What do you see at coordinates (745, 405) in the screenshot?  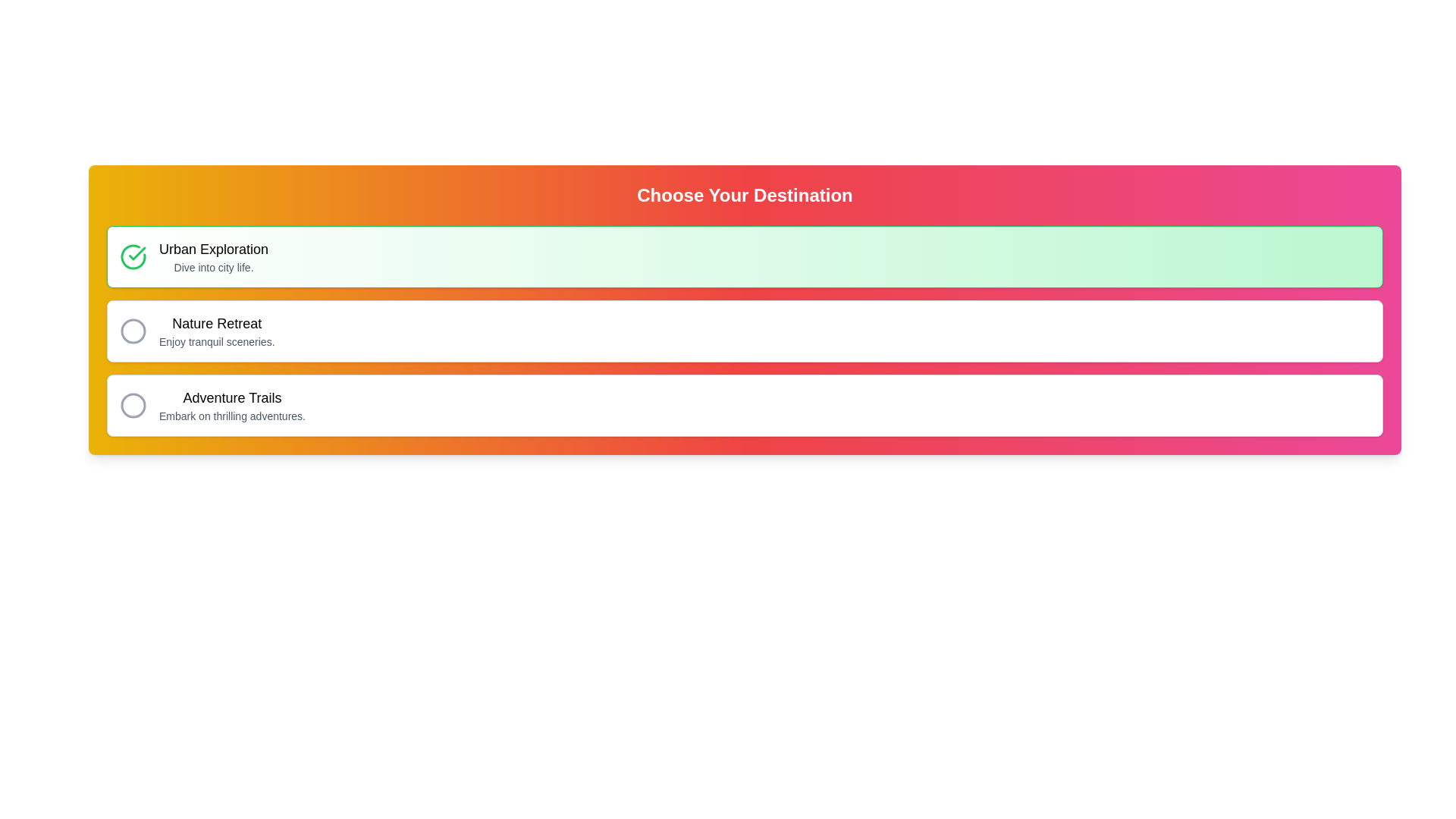 I see `the 'Adventure Trails' selectable card at the bottom of the list` at bounding box center [745, 405].